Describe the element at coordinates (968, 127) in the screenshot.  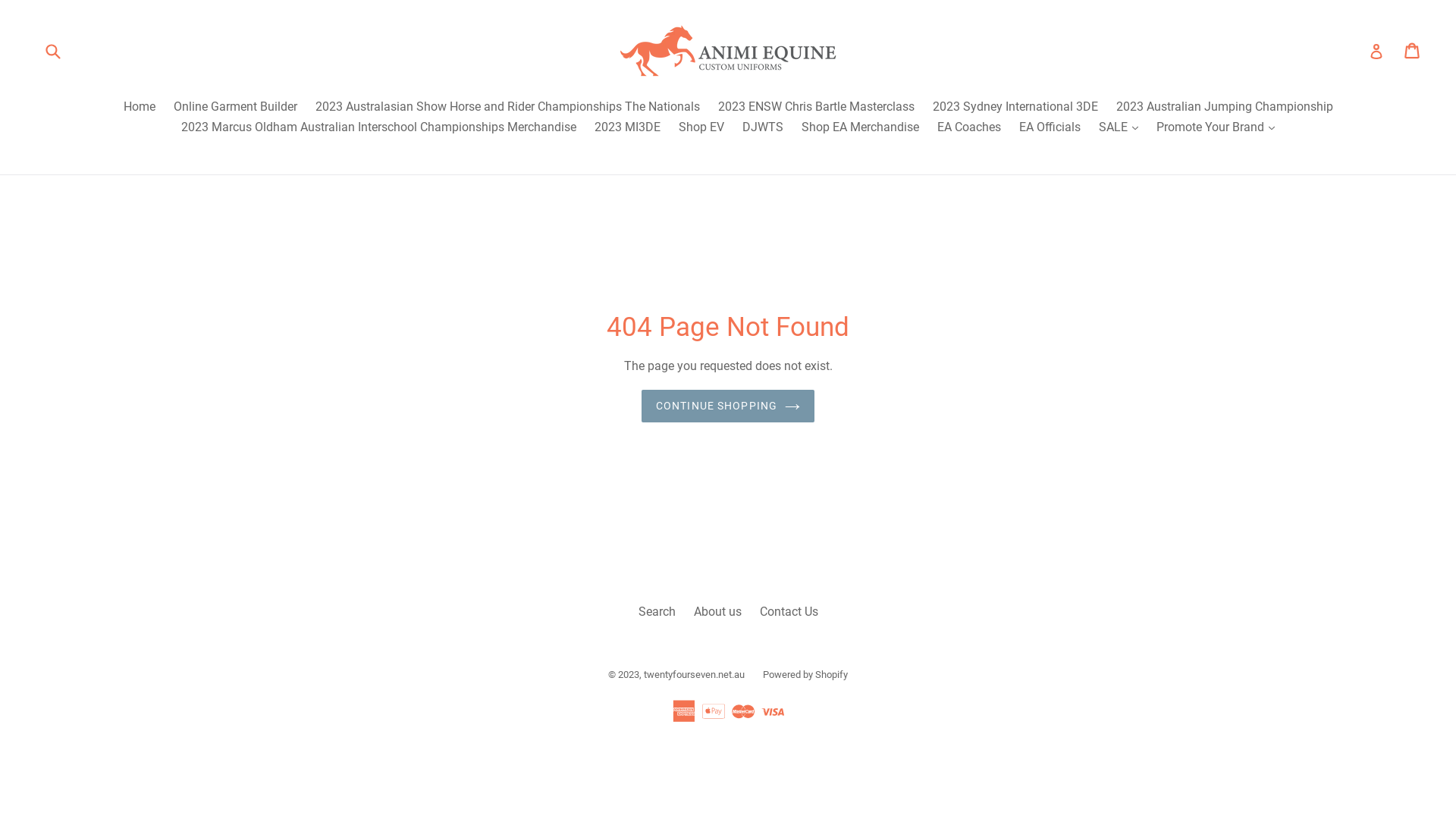
I see `'EA Coaches'` at that location.